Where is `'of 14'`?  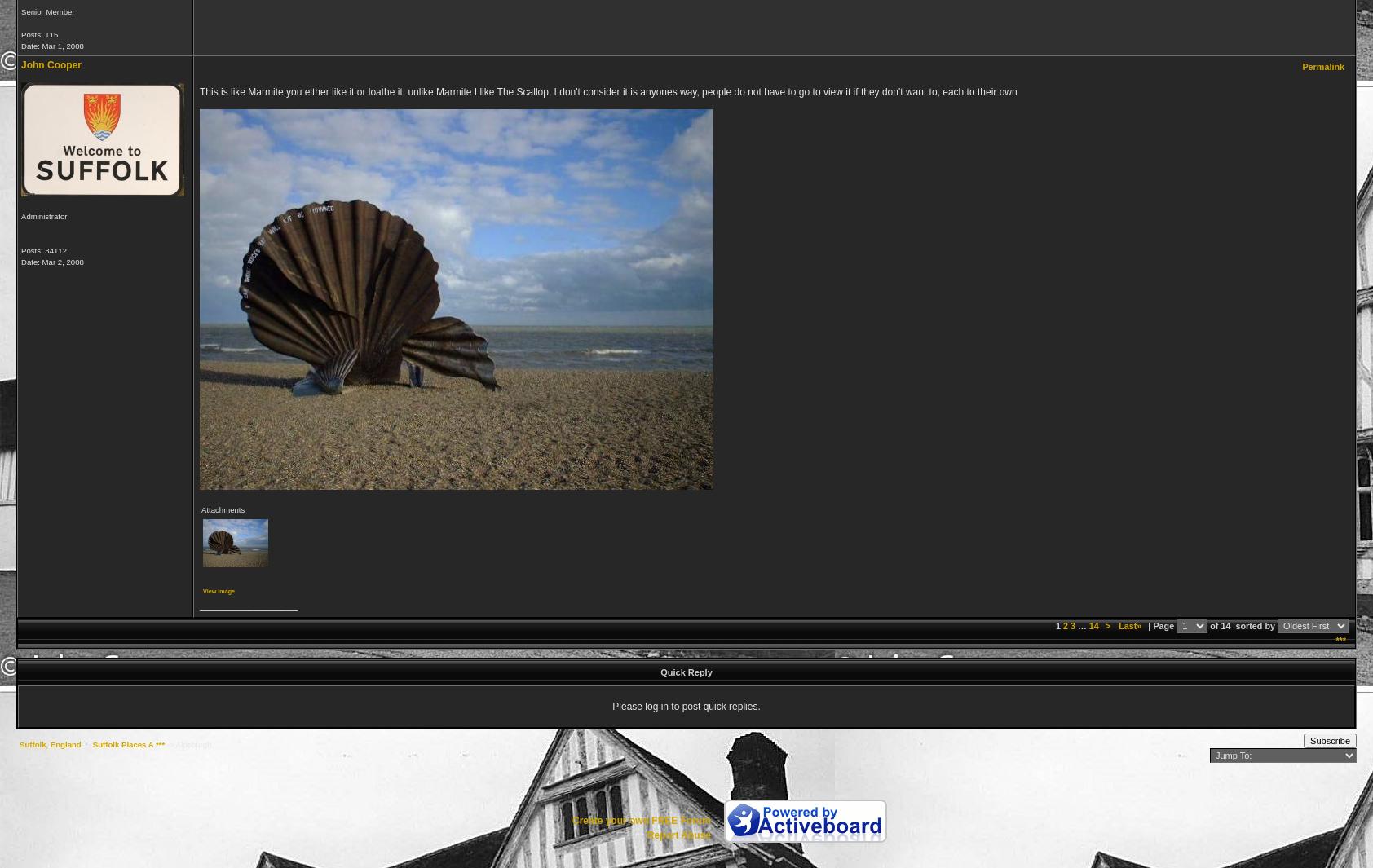 'of 14' is located at coordinates (1220, 625).